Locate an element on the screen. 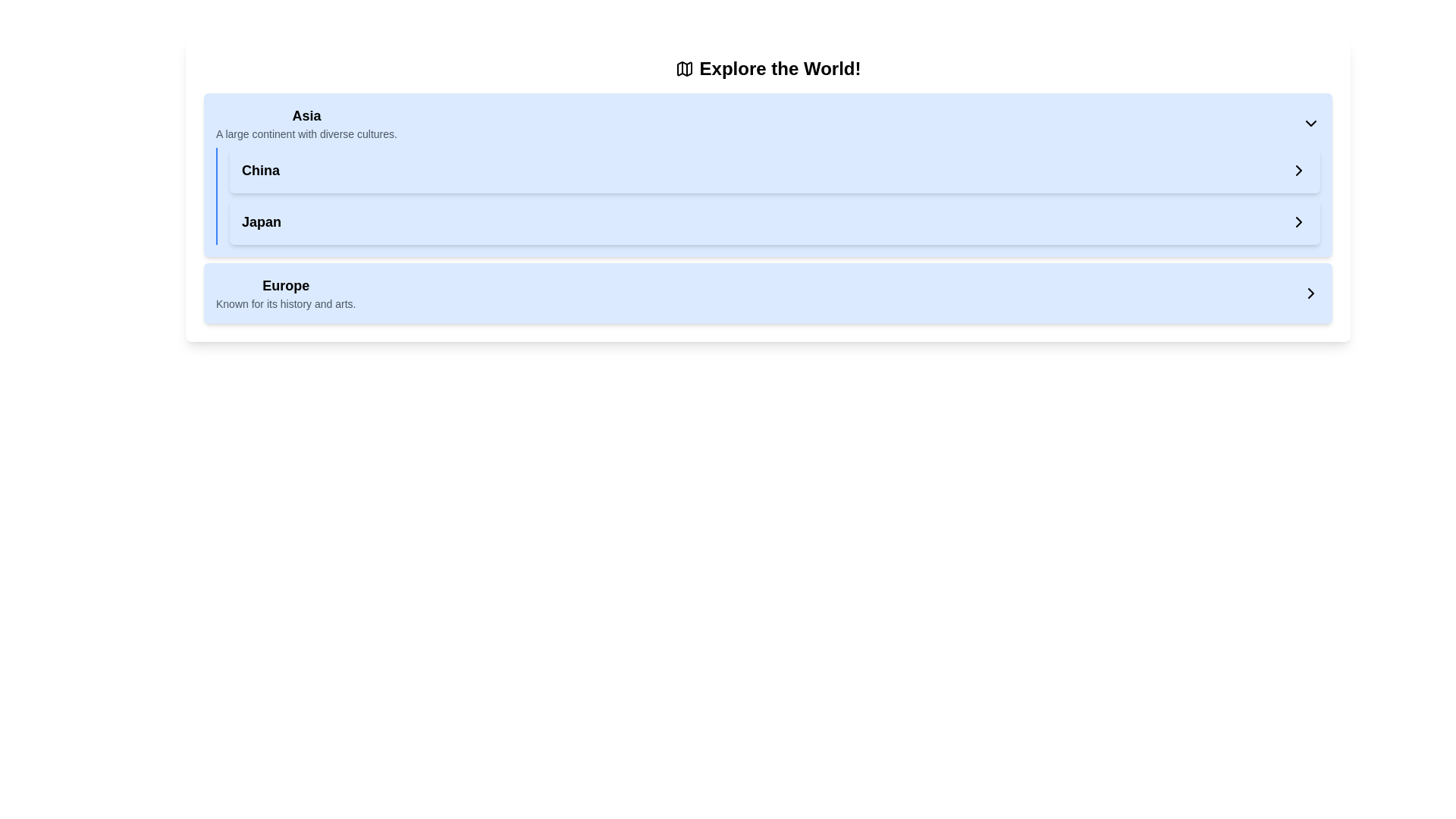 The width and height of the screenshot is (1456, 819). descriptive text located beneath the 'Europe' heading, which provides additional information about the topic 'Europe' is located at coordinates (286, 304).